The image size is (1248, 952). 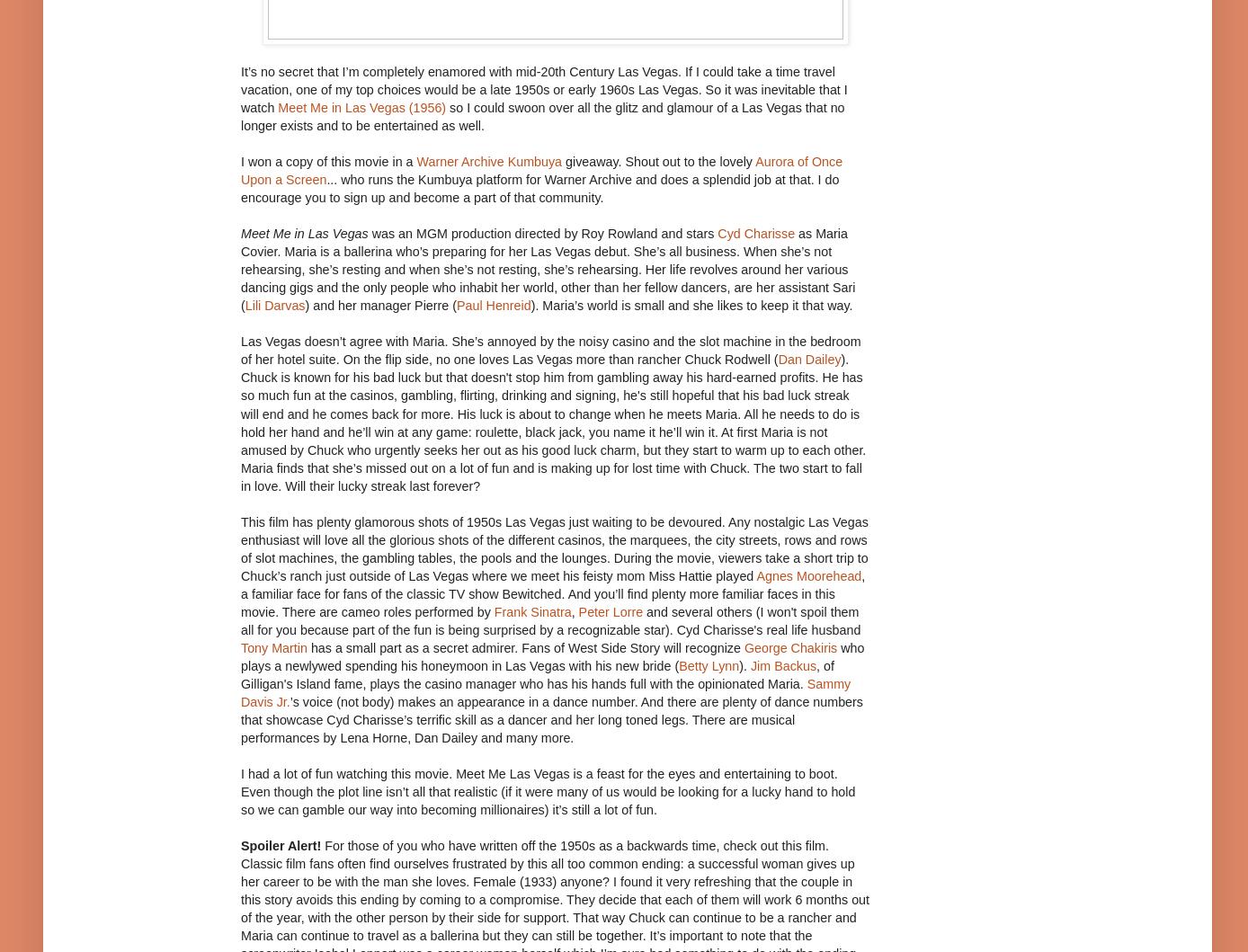 I want to click on 'giveaway. Shout out to the lovely', so click(x=562, y=161).